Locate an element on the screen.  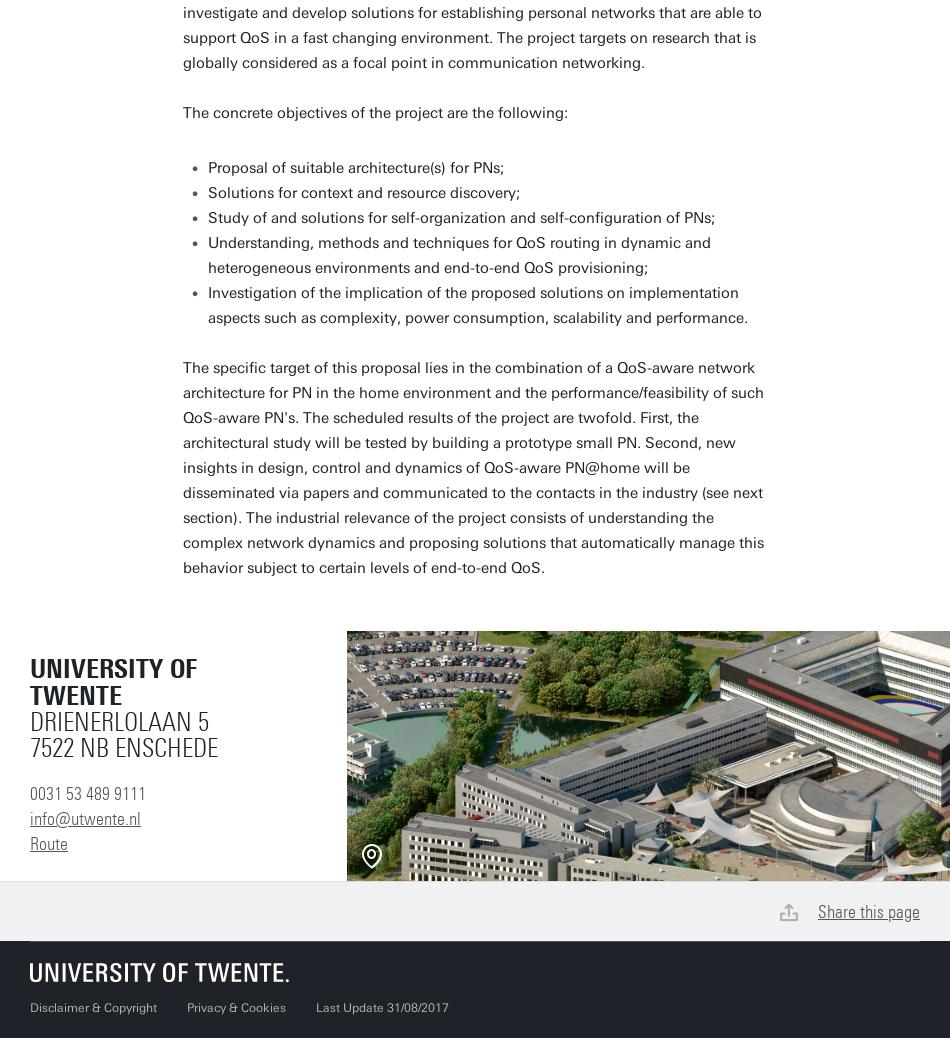
'Proposal of suitable architecture(s) for PNs;' is located at coordinates (354, 166).